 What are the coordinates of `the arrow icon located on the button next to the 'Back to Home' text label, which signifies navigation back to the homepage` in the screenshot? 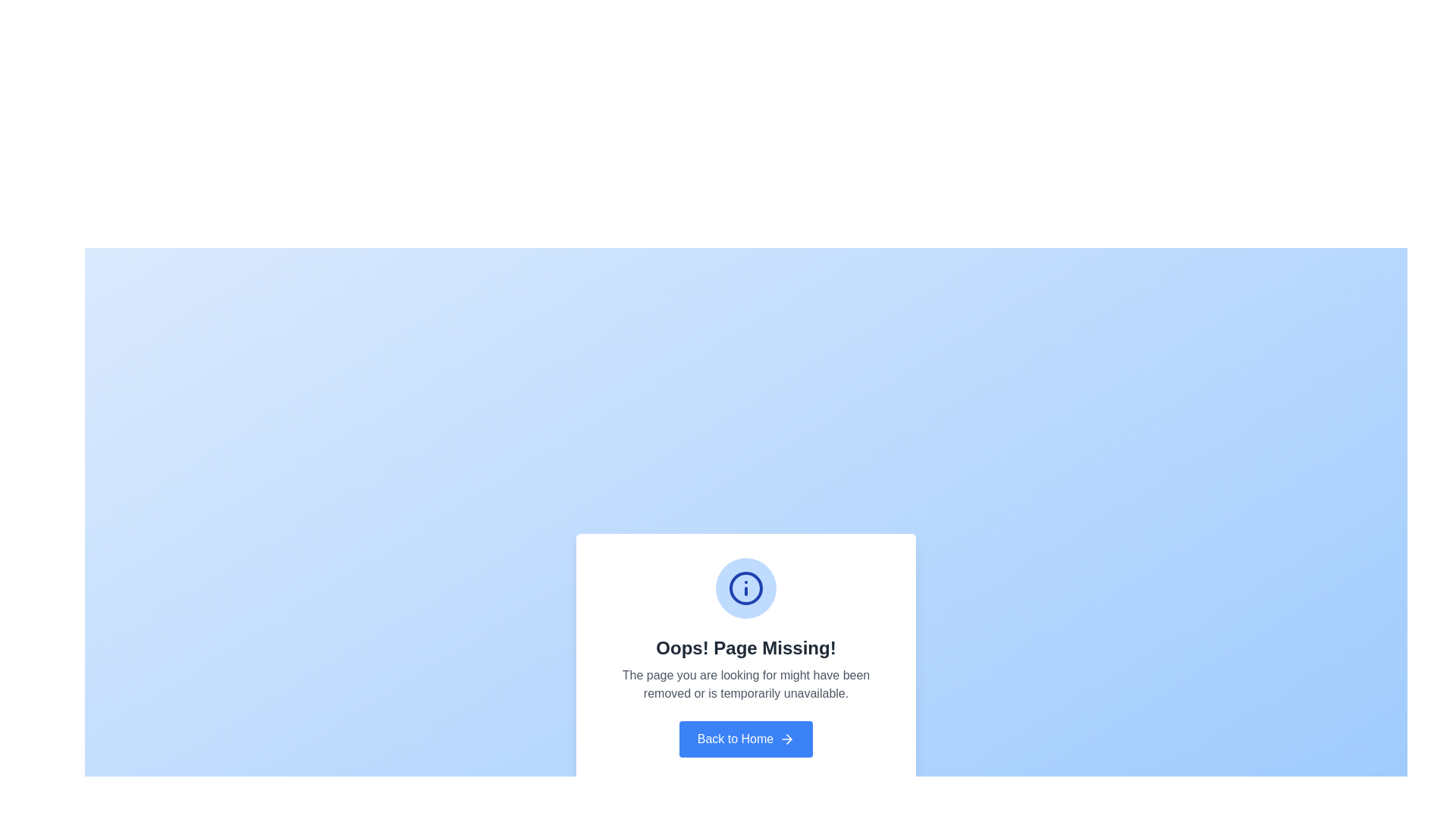 It's located at (787, 738).